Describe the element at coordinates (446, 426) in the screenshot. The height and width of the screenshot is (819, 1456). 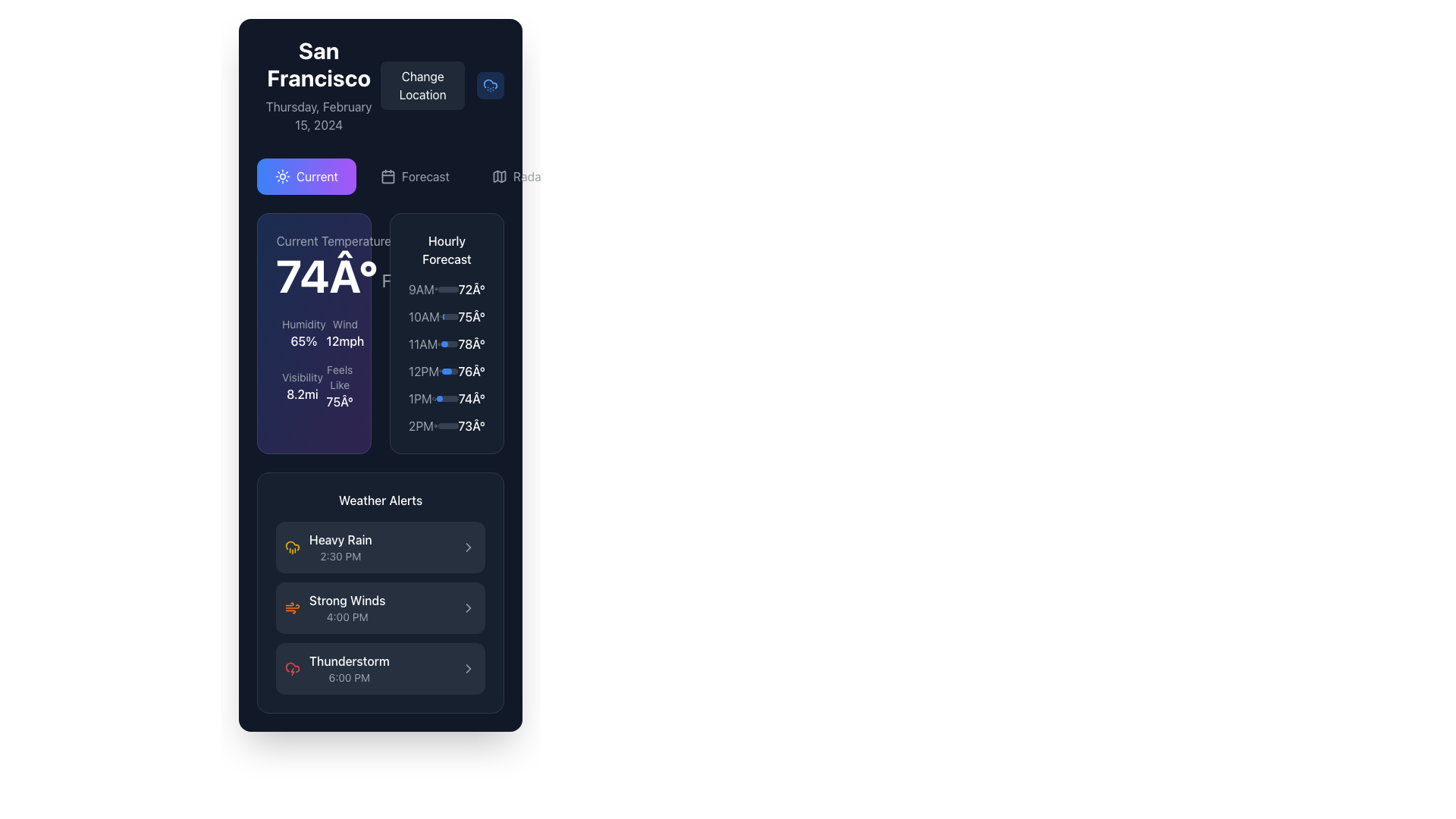
I see `the Weather forecast row indicating the forecast for 2 PM, which includes sun conditions and predicted temperature, positioned between the '1PM 74°' entry and subsequent content` at that location.